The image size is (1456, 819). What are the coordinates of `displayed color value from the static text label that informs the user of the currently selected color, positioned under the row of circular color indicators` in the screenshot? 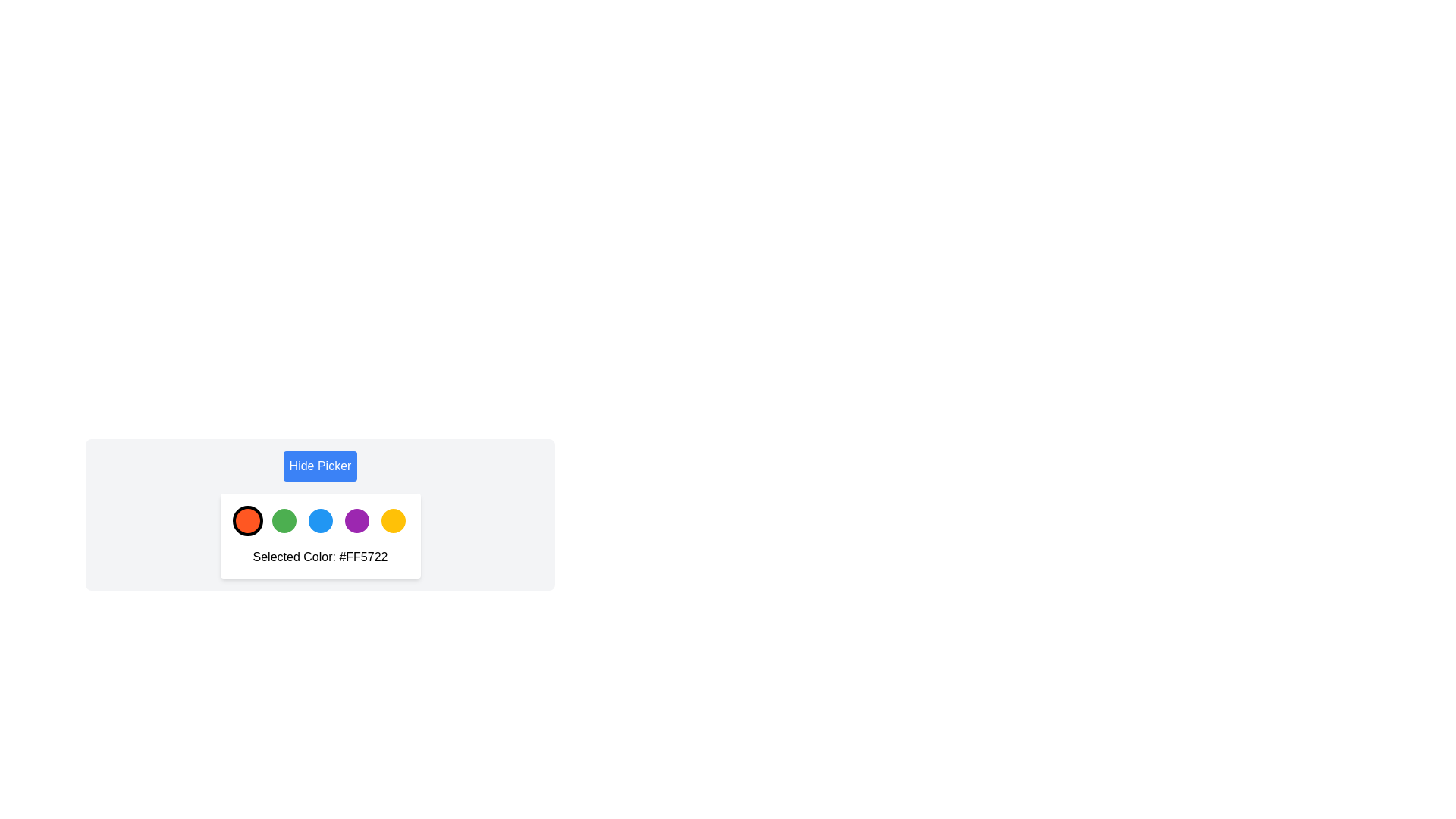 It's located at (319, 557).